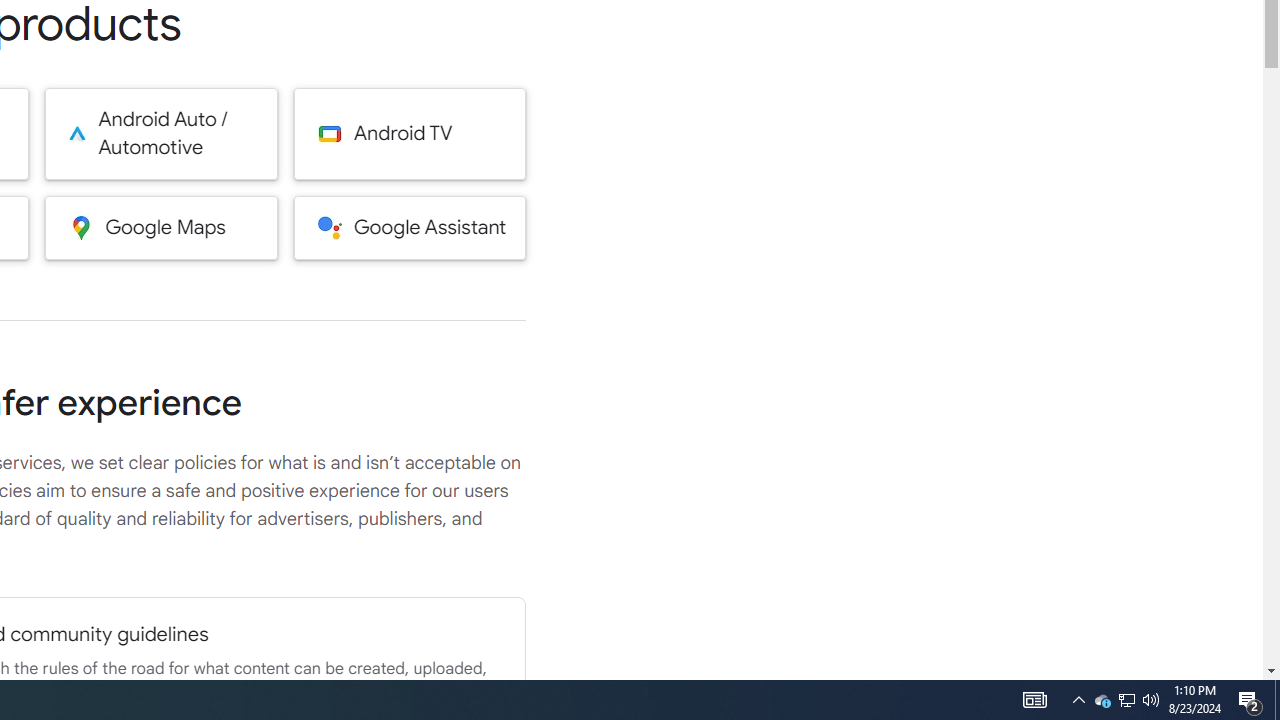 The image size is (1280, 720). What do you see at coordinates (161, 226) in the screenshot?
I see `'Google Maps'` at bounding box center [161, 226].